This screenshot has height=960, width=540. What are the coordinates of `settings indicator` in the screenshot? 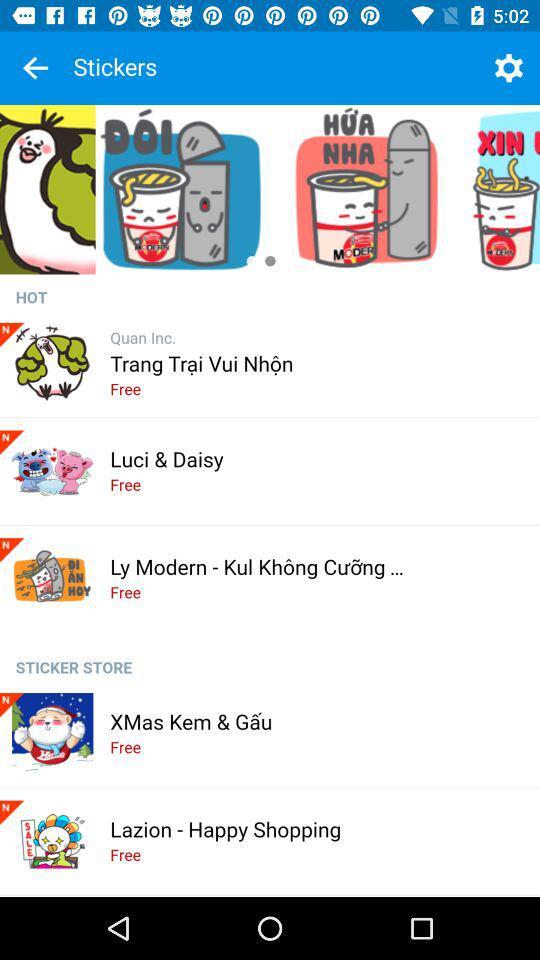 It's located at (508, 68).